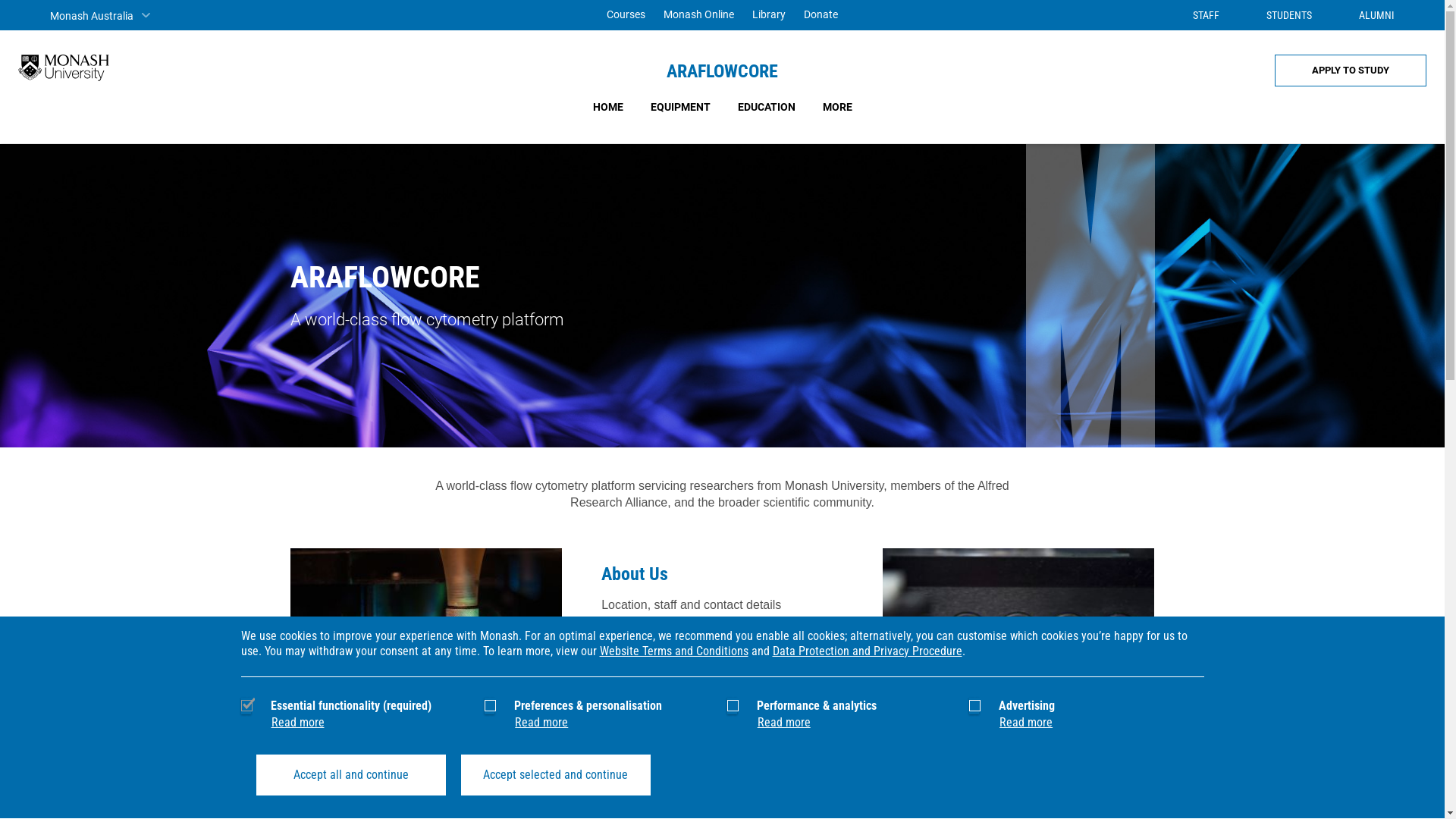 The width and height of the screenshot is (1456, 819). What do you see at coordinates (350, 775) in the screenshot?
I see `'Accept all and continue'` at bounding box center [350, 775].